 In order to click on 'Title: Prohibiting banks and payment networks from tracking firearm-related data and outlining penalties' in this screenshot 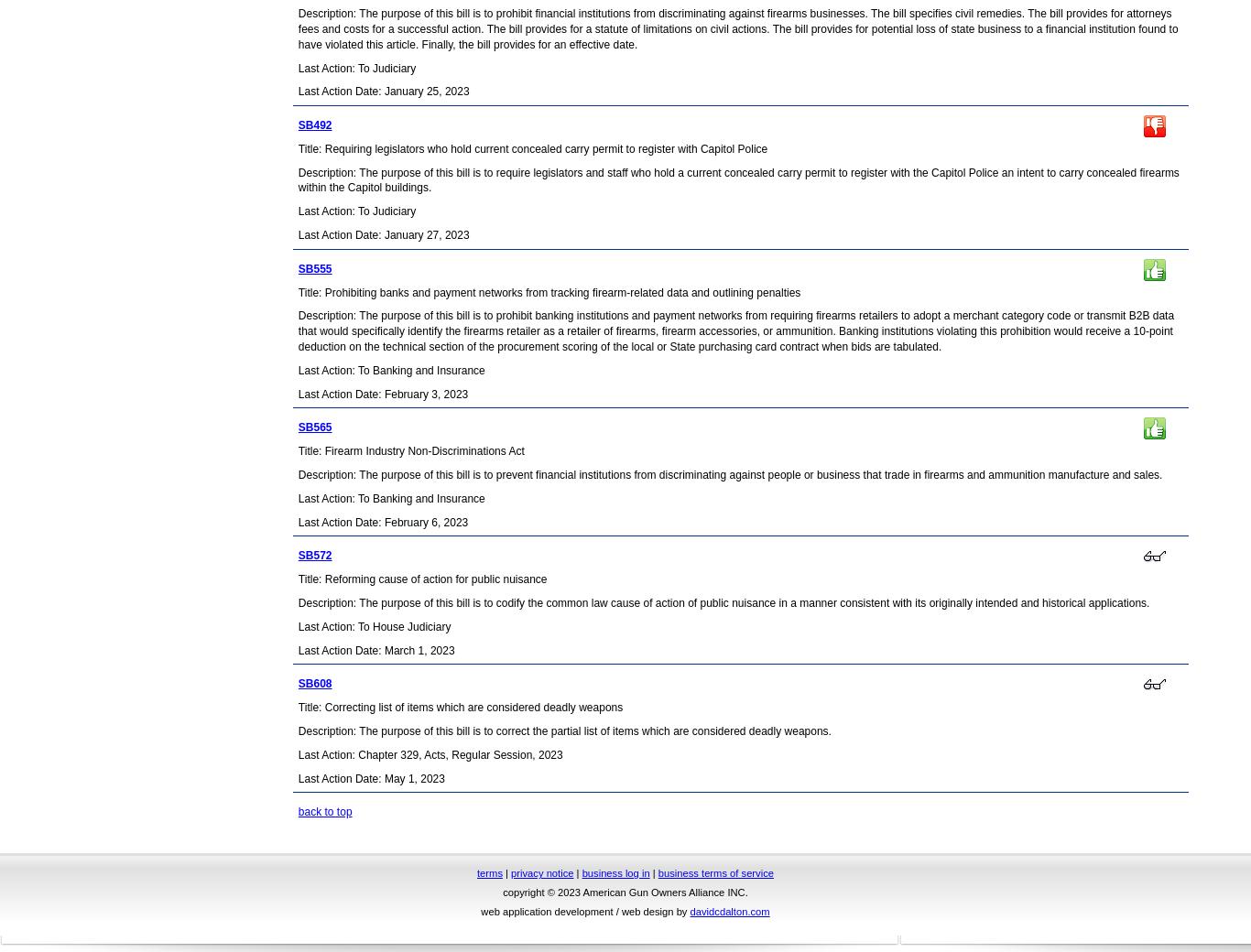, I will do `click(548, 290)`.